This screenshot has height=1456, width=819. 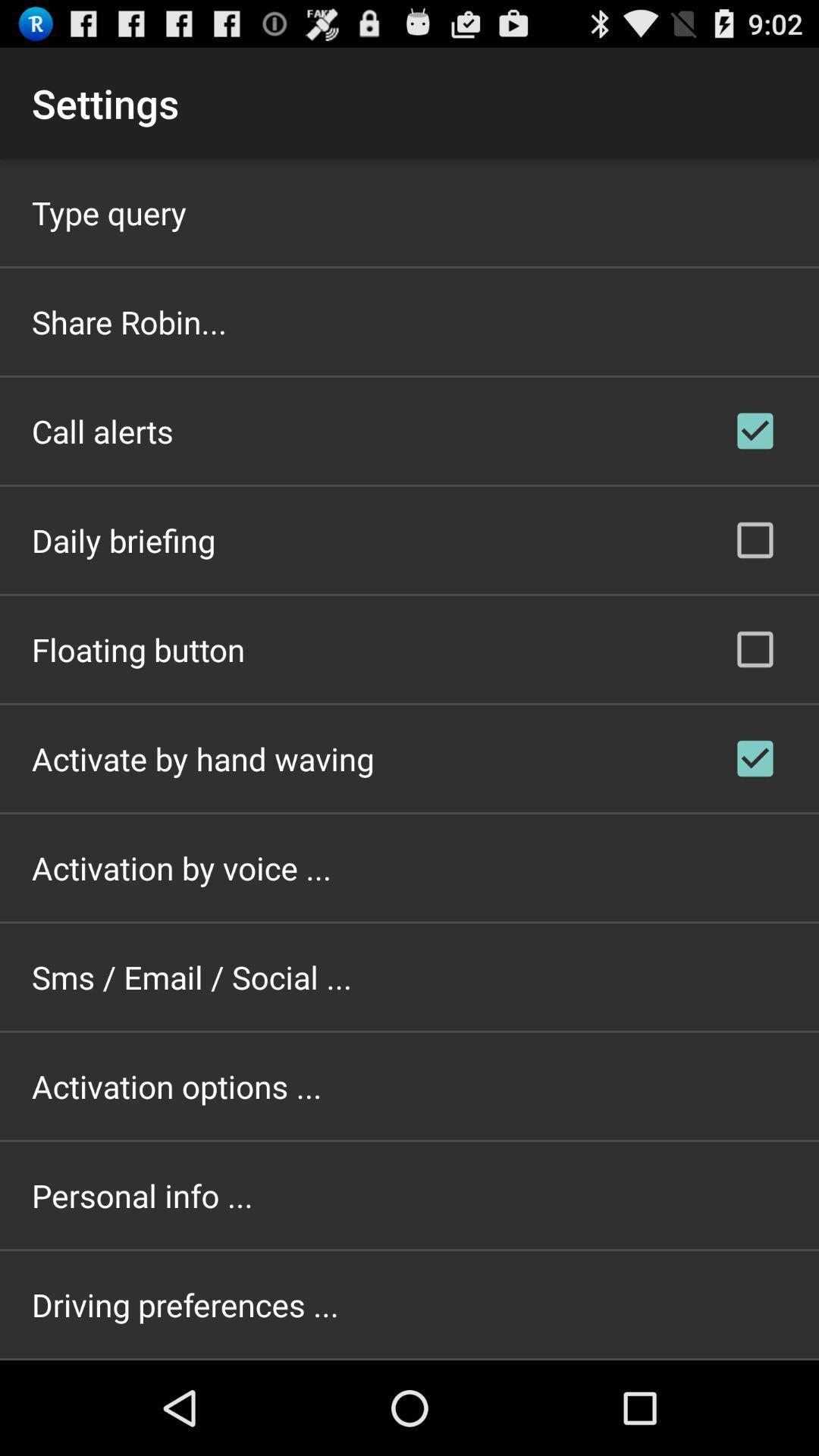 I want to click on item below the personal info ... item, so click(x=184, y=1304).